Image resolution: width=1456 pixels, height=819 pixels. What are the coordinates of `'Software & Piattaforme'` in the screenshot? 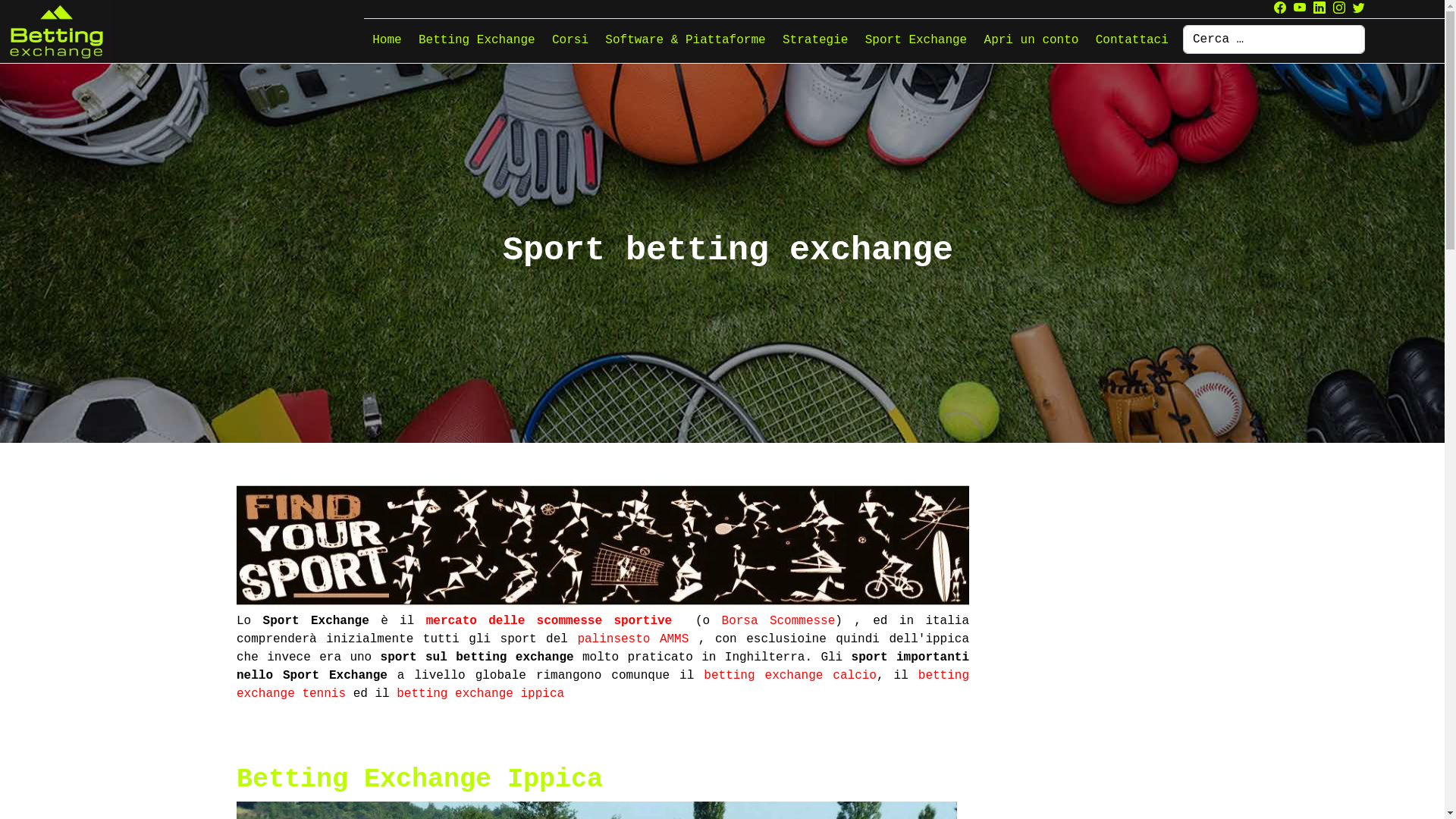 It's located at (684, 39).